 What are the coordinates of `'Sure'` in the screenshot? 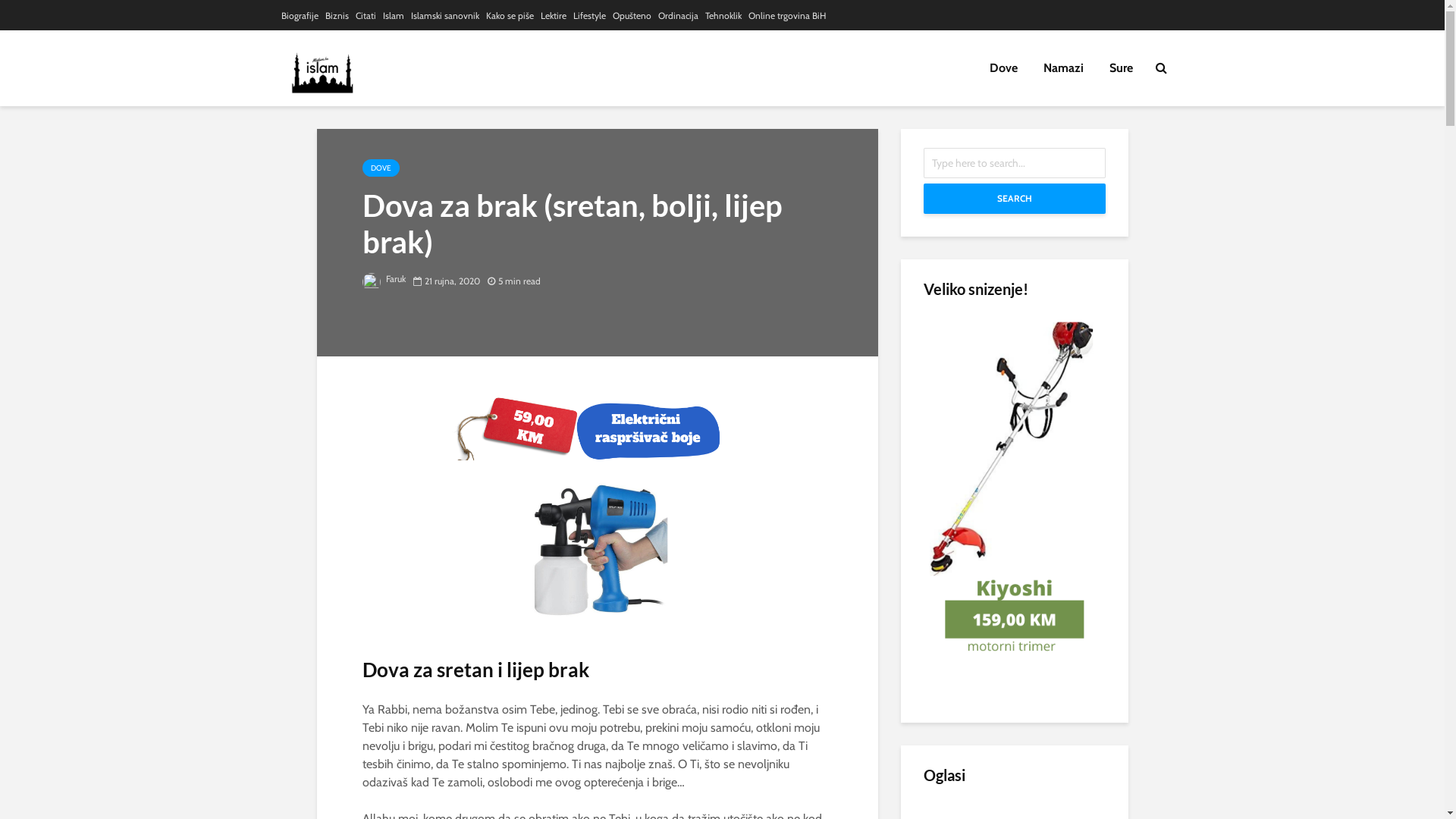 It's located at (1121, 67).